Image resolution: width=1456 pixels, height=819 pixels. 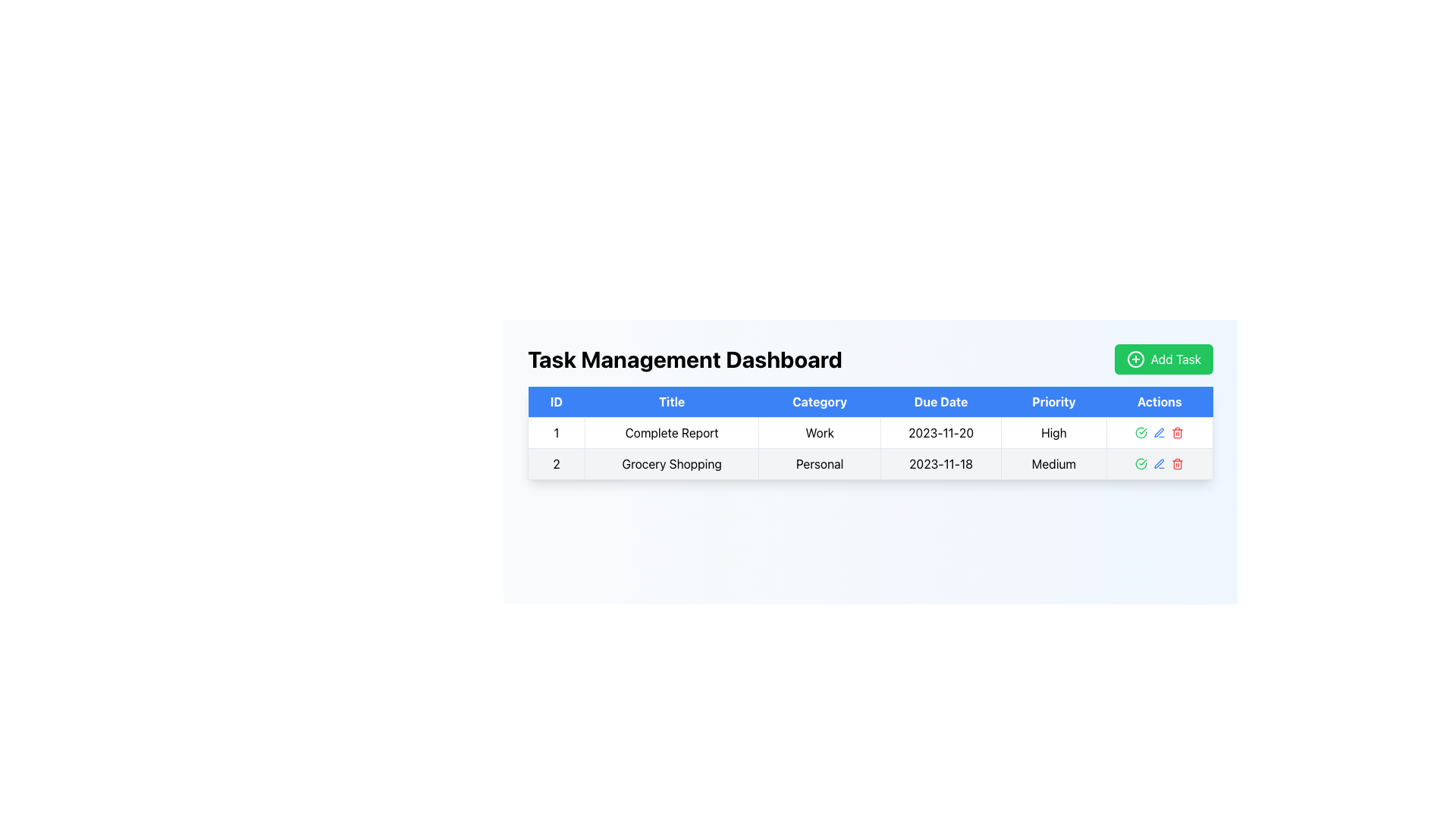 What do you see at coordinates (819, 432) in the screenshot?
I see `the label in the third cell of the first row of the table that represents the task category, adjacent to 'Complete Report' on the left and '2023-11-20' on the right` at bounding box center [819, 432].